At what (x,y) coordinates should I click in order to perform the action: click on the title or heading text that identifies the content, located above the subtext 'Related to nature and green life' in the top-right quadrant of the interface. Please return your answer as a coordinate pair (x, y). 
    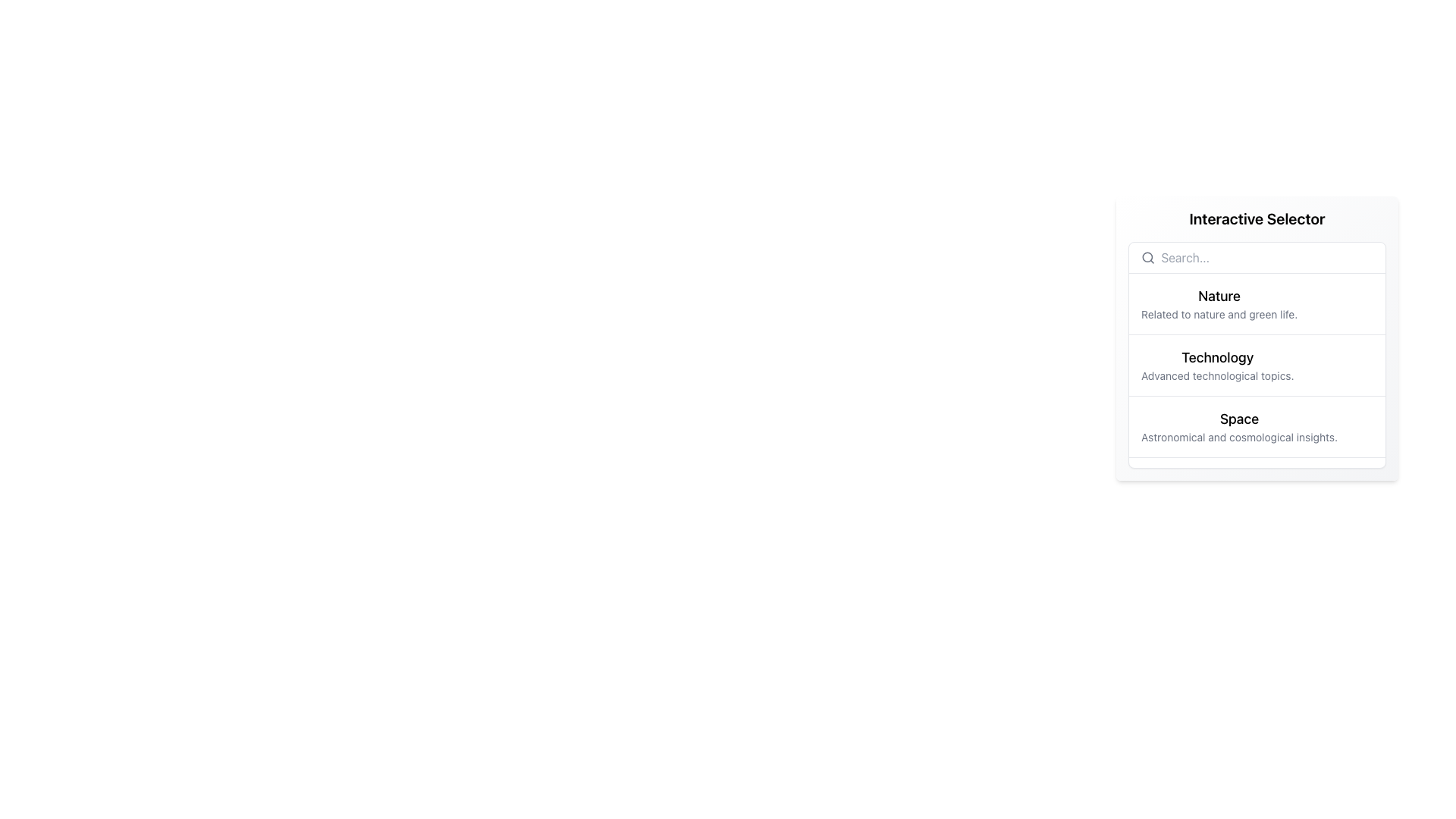
    Looking at the image, I should click on (1219, 296).